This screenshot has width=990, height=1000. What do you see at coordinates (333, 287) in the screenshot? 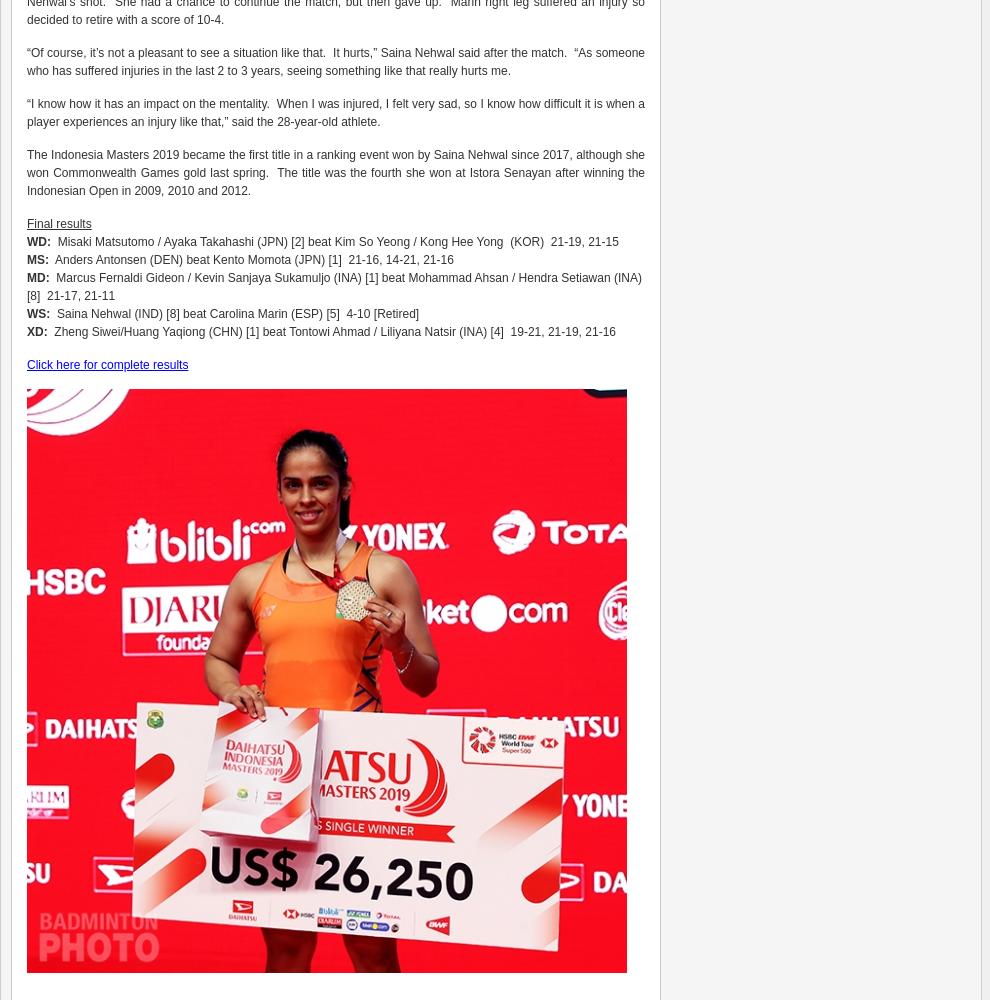
I see `'Marcus Fernaldi Gideon / Kevin Sanjaya Sukamuljo (INA) [1] beat Mohammad Ahsan / Hendra Setiawan (INA) [8]  21-17, 21-11'` at bounding box center [333, 287].